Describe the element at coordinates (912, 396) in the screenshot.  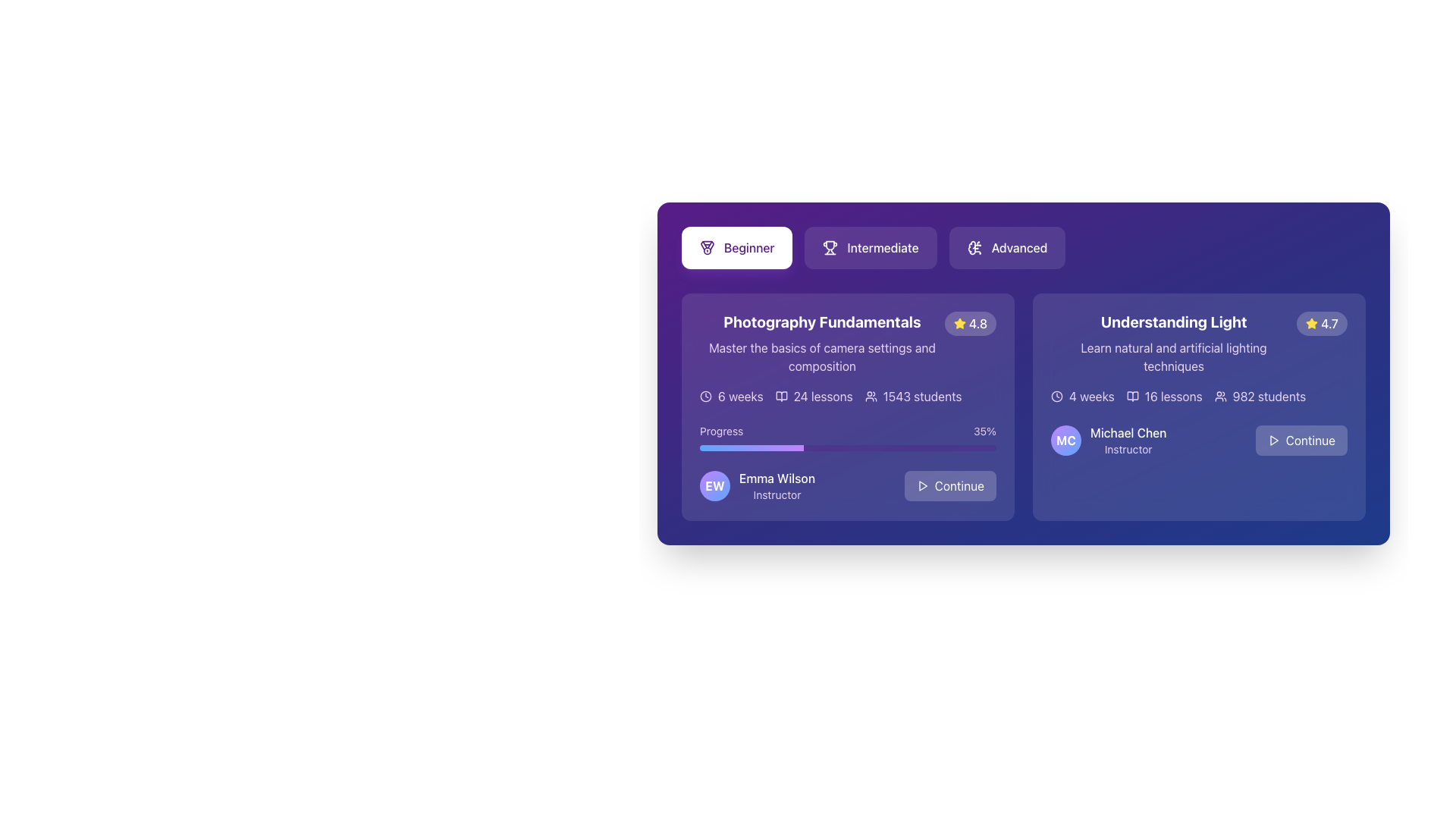
I see `the '1543 students' text element with an accompanying user icon in the bottom-left section of the 'Photography Fundamentals' course card` at that location.